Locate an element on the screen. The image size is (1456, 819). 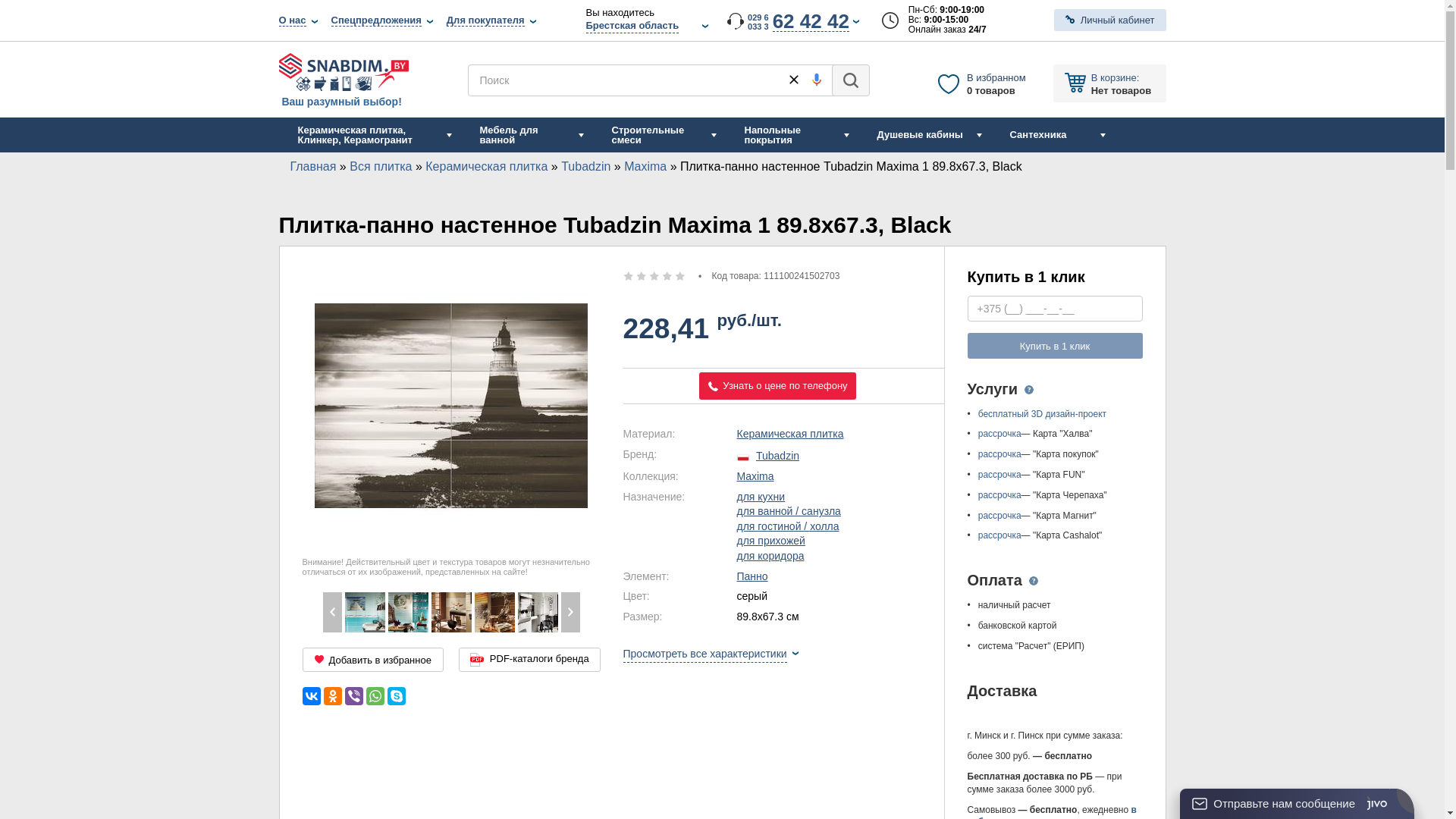
'Maxima' is located at coordinates (408, 611).